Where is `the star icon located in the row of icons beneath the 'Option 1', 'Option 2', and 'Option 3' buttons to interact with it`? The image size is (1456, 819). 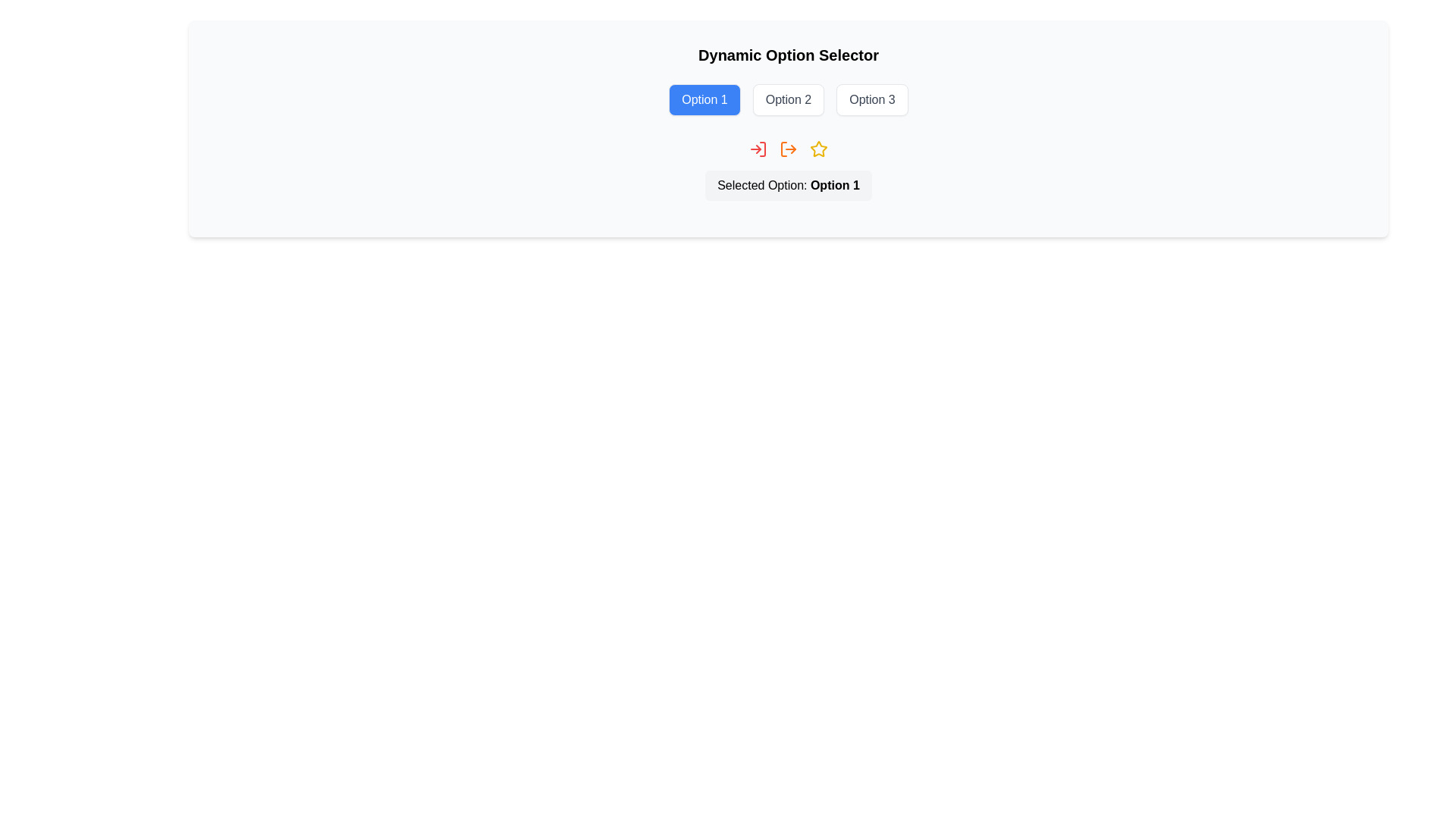
the star icon located in the row of icons beneath the 'Option 1', 'Option 2', and 'Option 3' buttons to interact with it is located at coordinates (817, 149).